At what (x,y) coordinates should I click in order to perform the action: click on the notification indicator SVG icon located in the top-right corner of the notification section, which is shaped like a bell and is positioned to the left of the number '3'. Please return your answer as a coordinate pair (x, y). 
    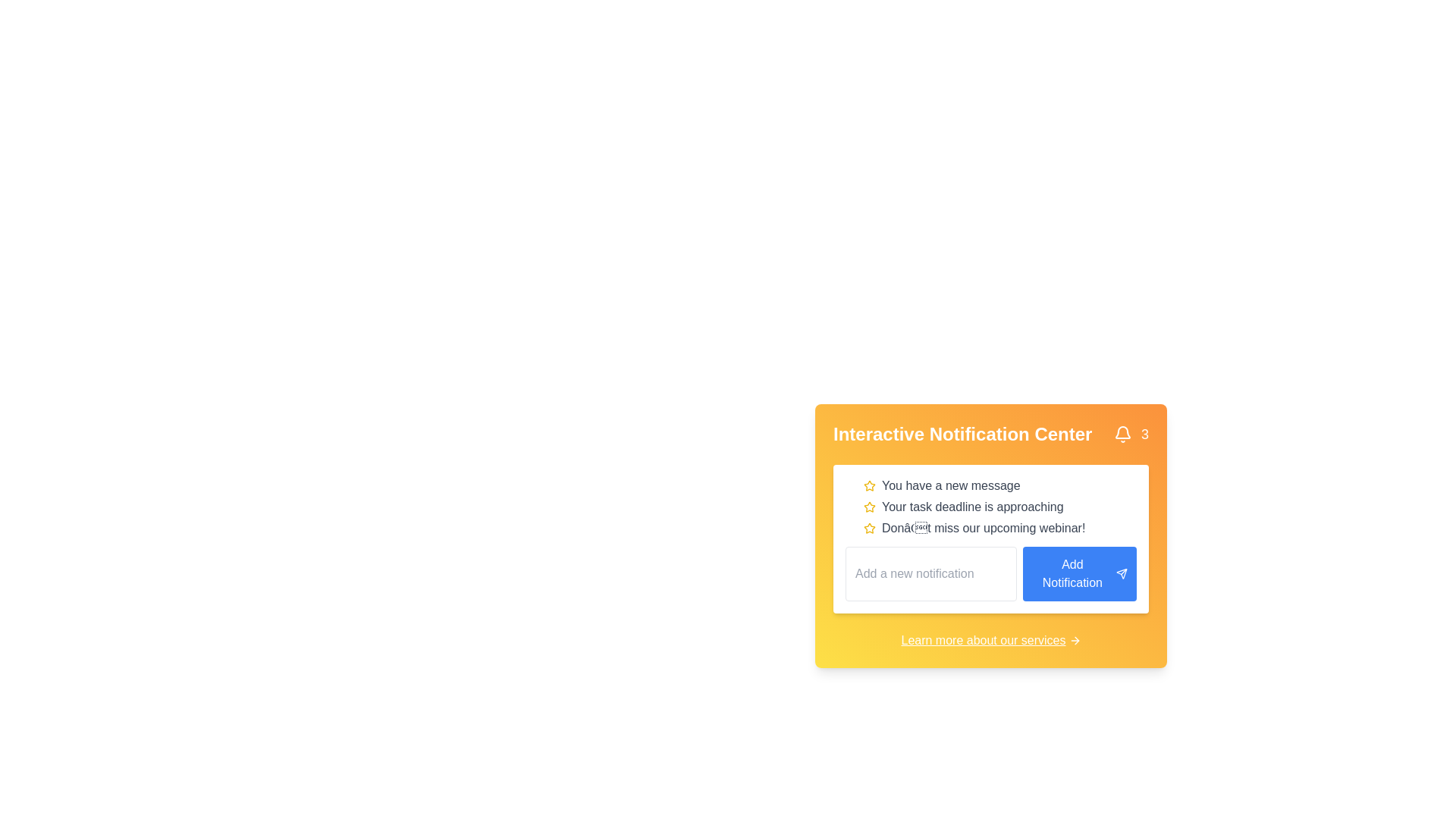
    Looking at the image, I should click on (1122, 435).